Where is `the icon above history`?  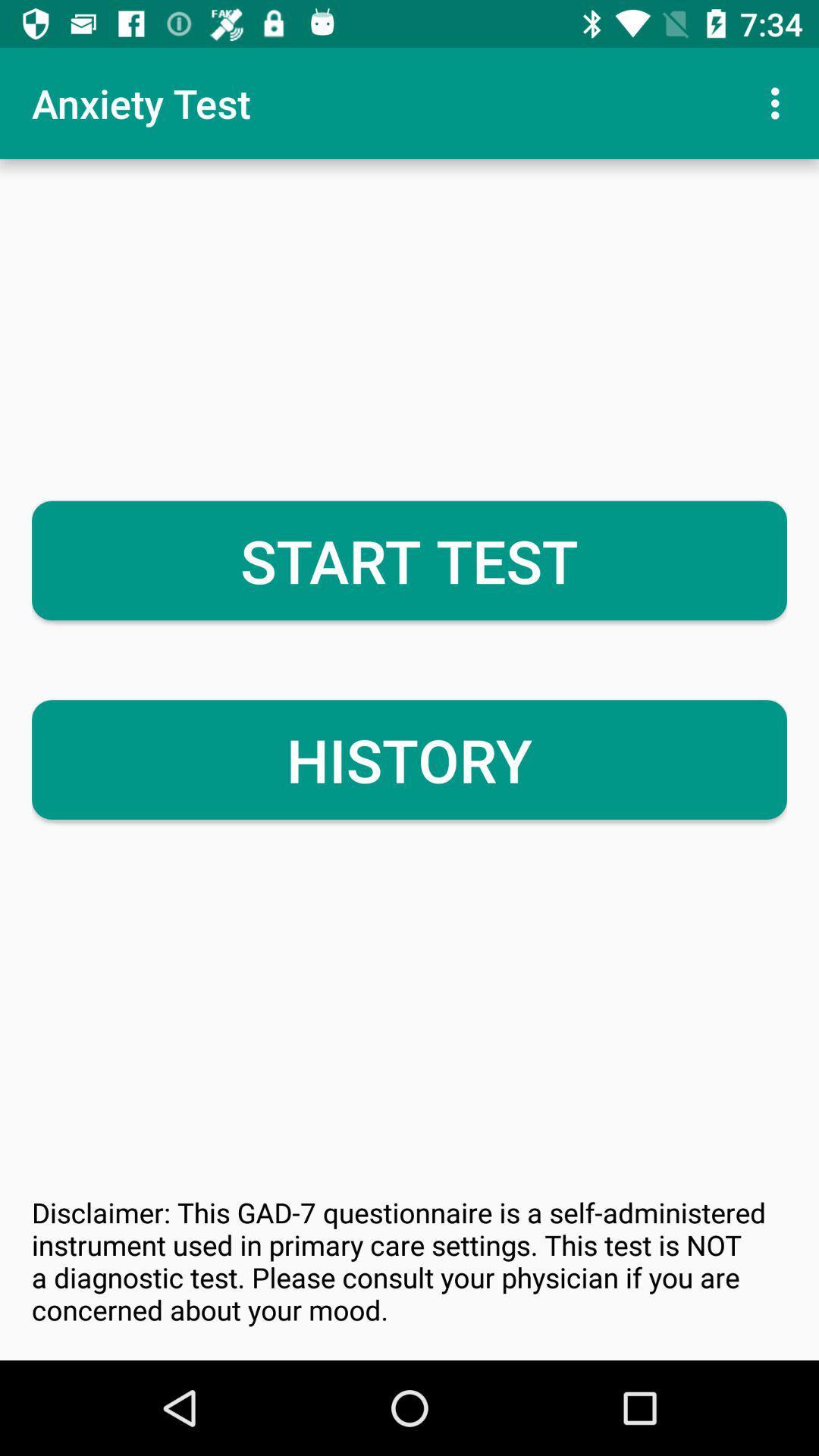
the icon above history is located at coordinates (409, 560).